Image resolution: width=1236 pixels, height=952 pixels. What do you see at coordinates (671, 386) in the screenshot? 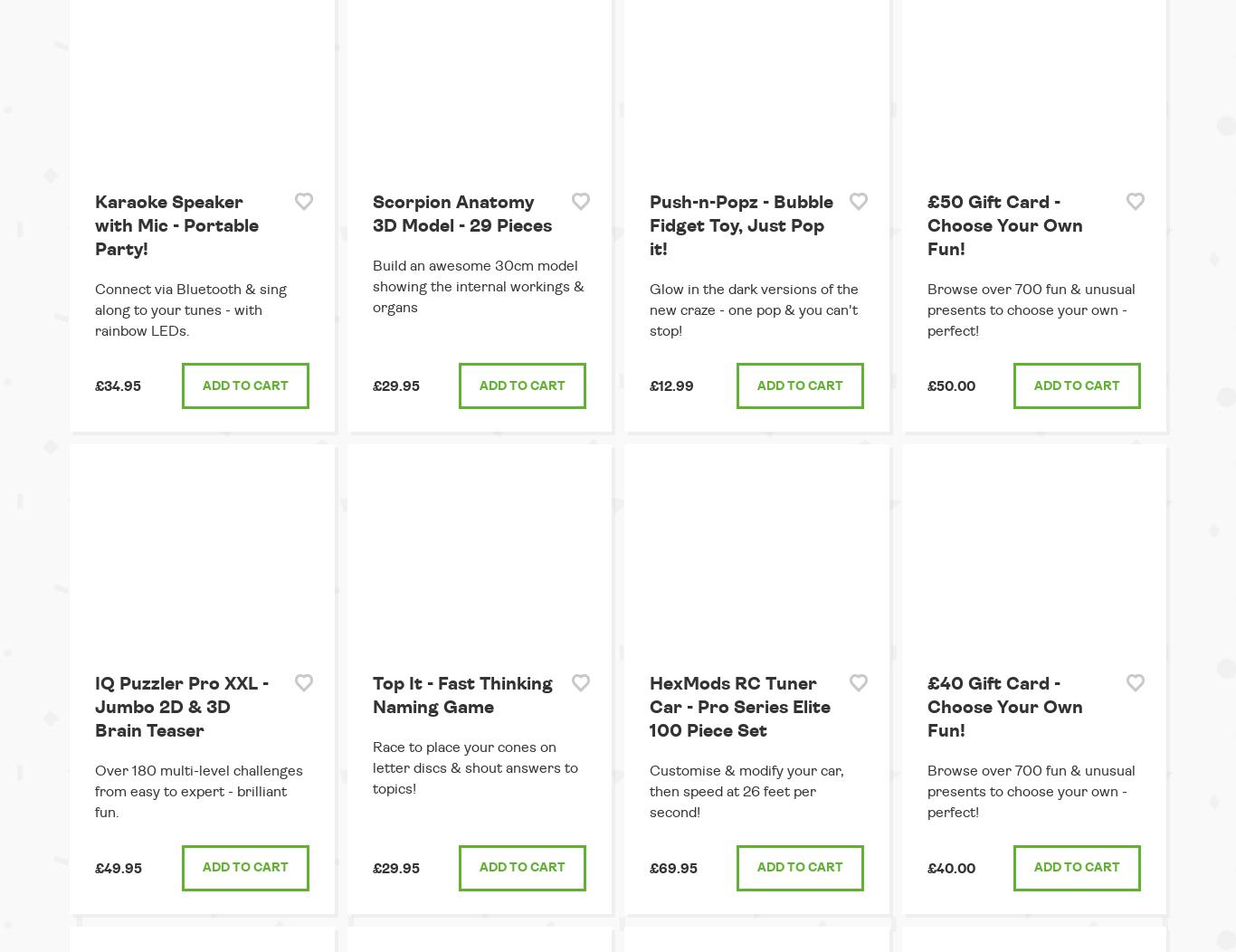
I see `'£12.99'` at bounding box center [671, 386].